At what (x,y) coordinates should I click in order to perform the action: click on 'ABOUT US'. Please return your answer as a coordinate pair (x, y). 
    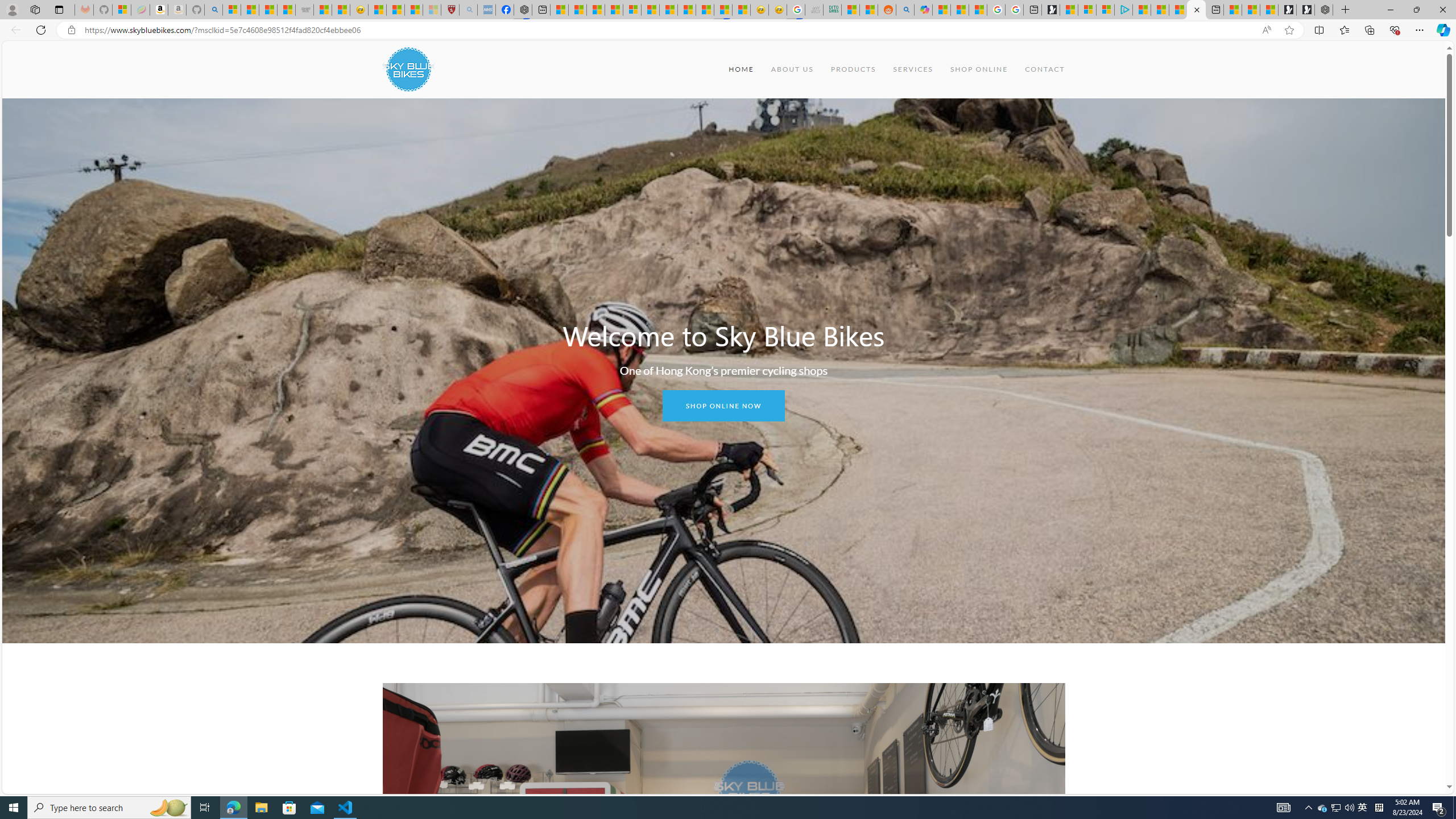
    Looking at the image, I should click on (791, 68).